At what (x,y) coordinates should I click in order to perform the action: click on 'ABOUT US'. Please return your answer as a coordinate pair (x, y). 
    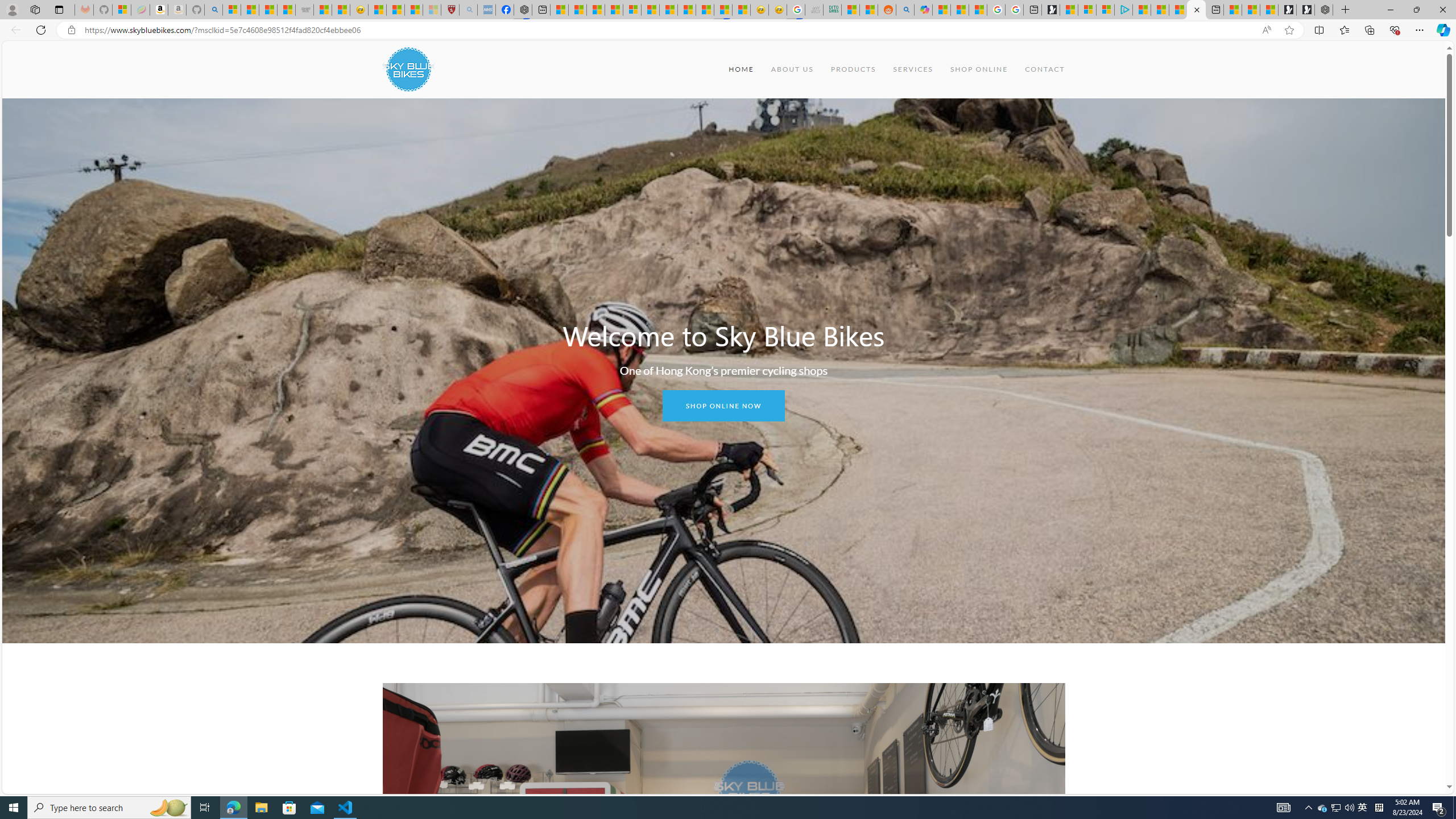
    Looking at the image, I should click on (791, 68).